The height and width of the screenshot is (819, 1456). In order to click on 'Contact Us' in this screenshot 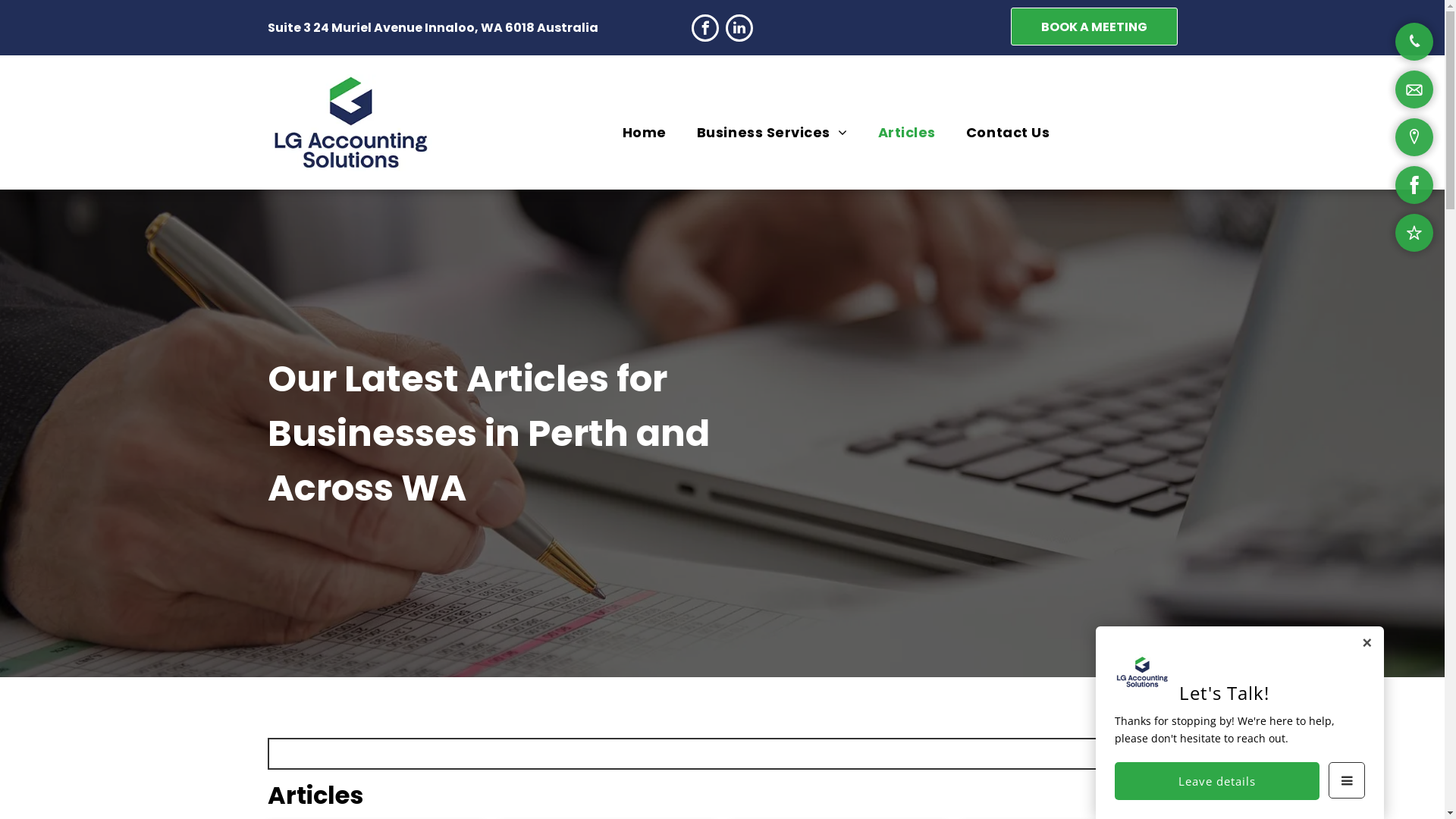, I will do `click(1008, 130)`.